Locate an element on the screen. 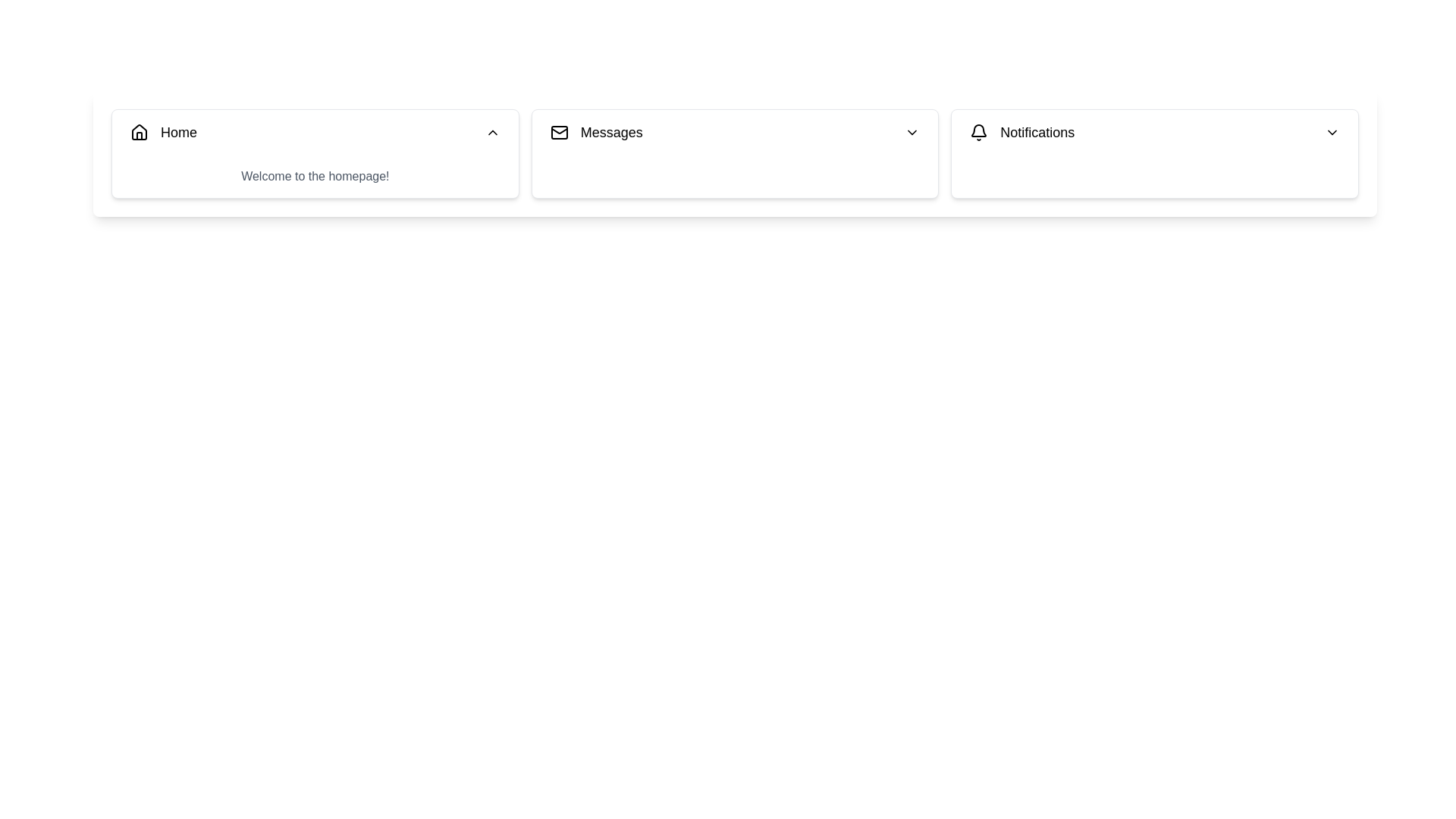 The image size is (1456, 819). the chevron icon that toggles the dropdown menu for notifications, located to the right of the 'Notifications' label is located at coordinates (1331, 131).